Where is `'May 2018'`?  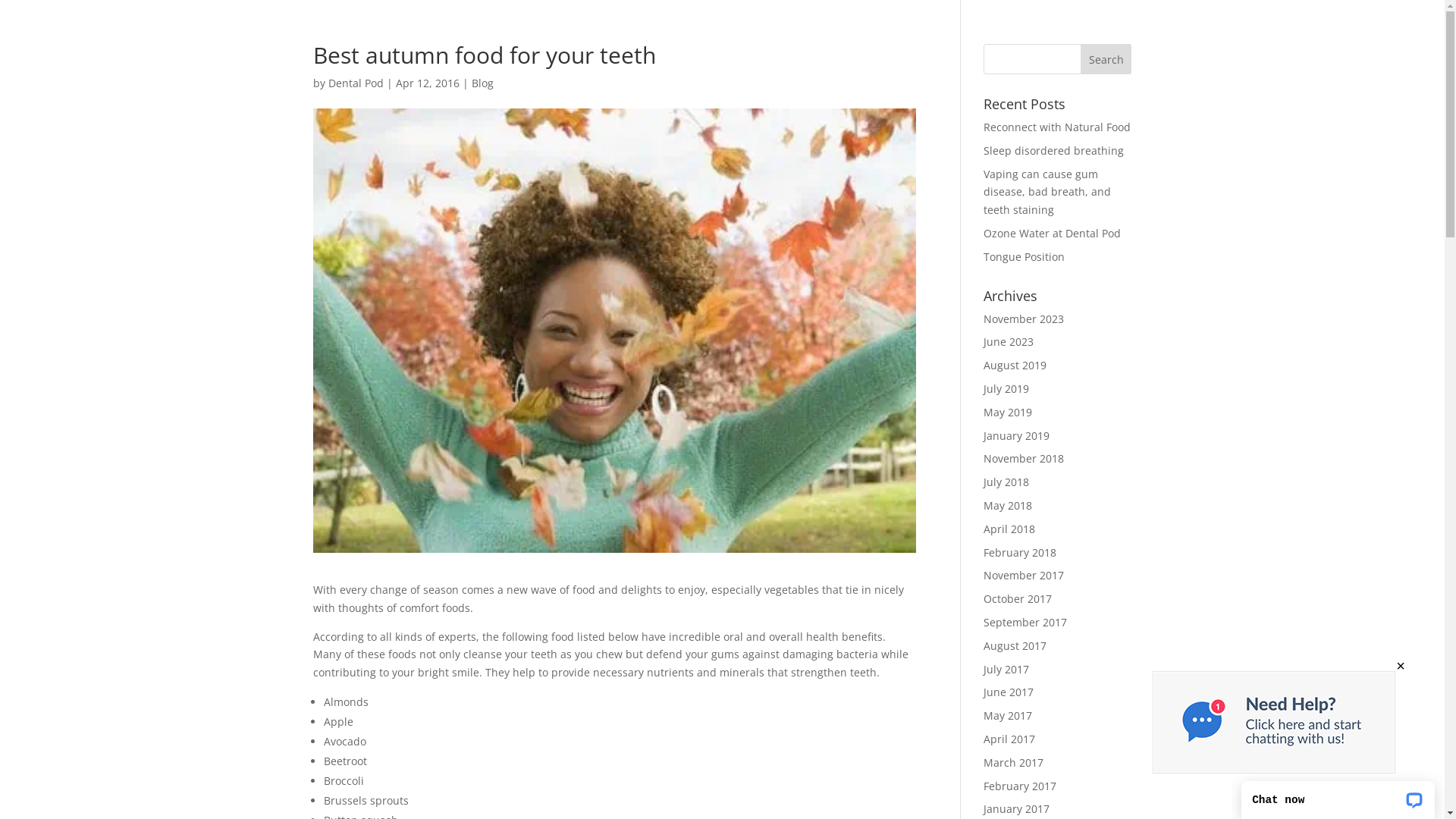 'May 2018' is located at coordinates (1008, 505).